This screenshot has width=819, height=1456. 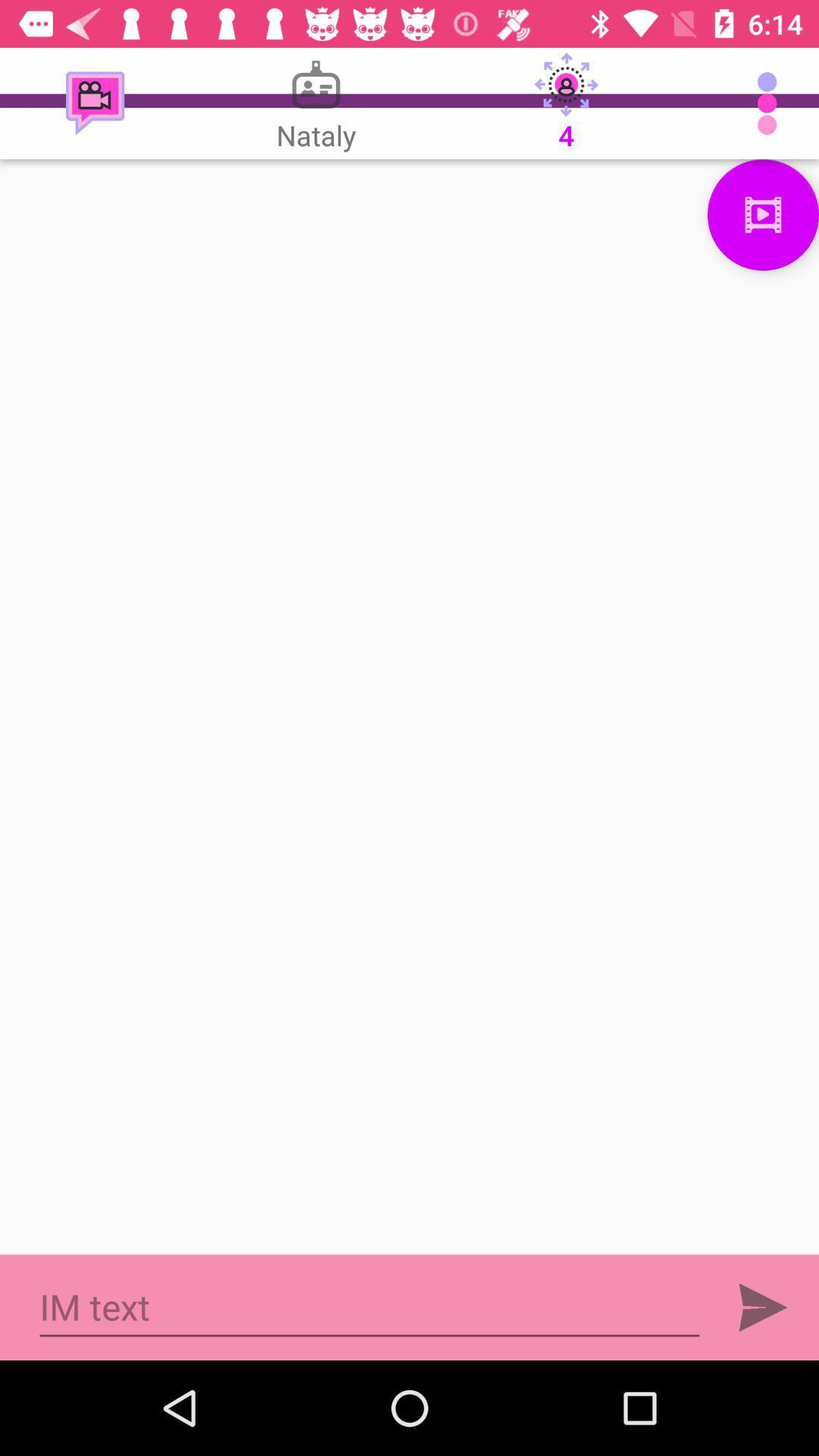 I want to click on insert message, so click(x=369, y=1307).